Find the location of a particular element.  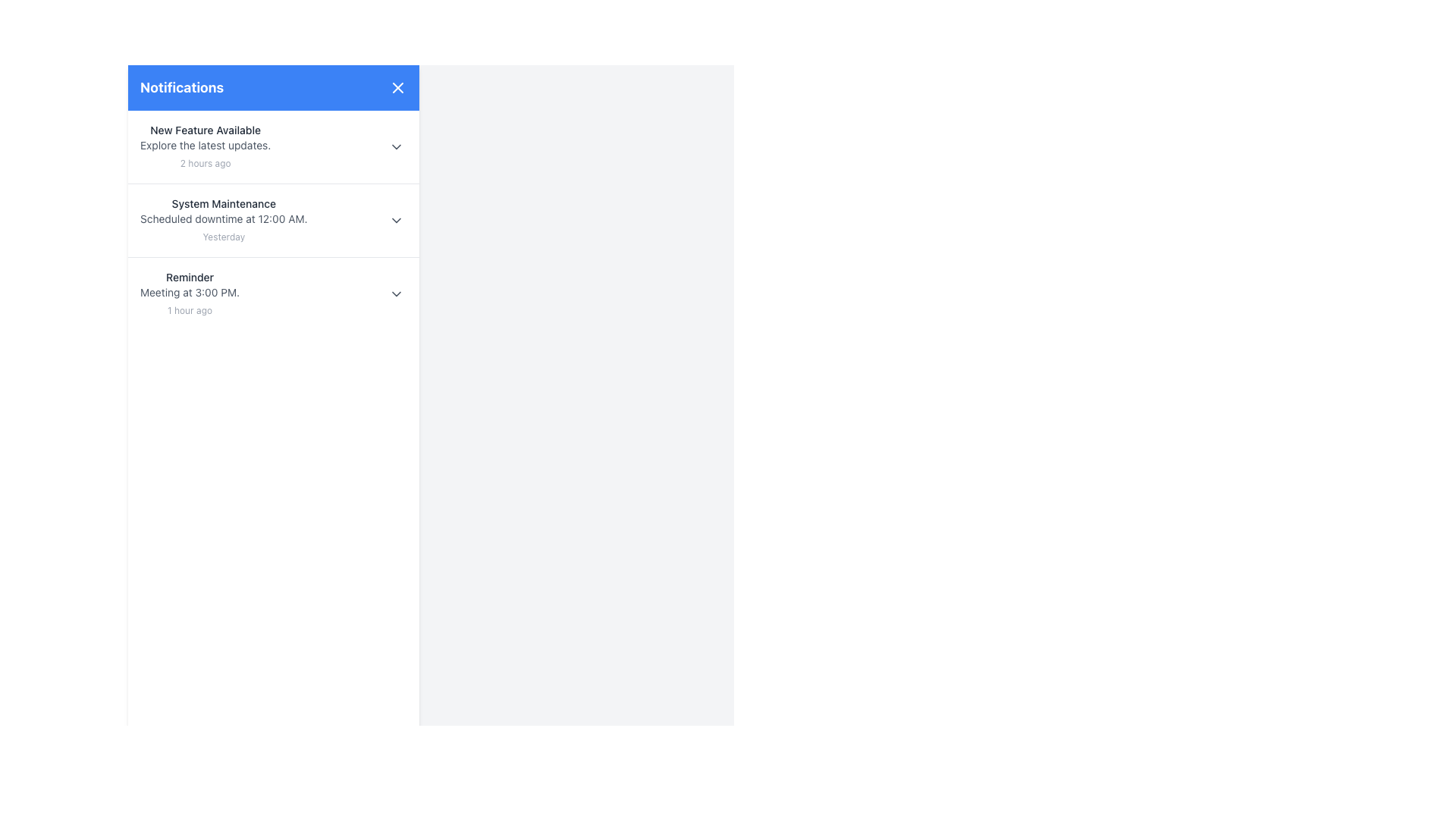

text element displaying 'New Feature Available' in bold, dark gray font, which is positioned at the top-left corner of the notifications panel in the sidebar is located at coordinates (205, 130).